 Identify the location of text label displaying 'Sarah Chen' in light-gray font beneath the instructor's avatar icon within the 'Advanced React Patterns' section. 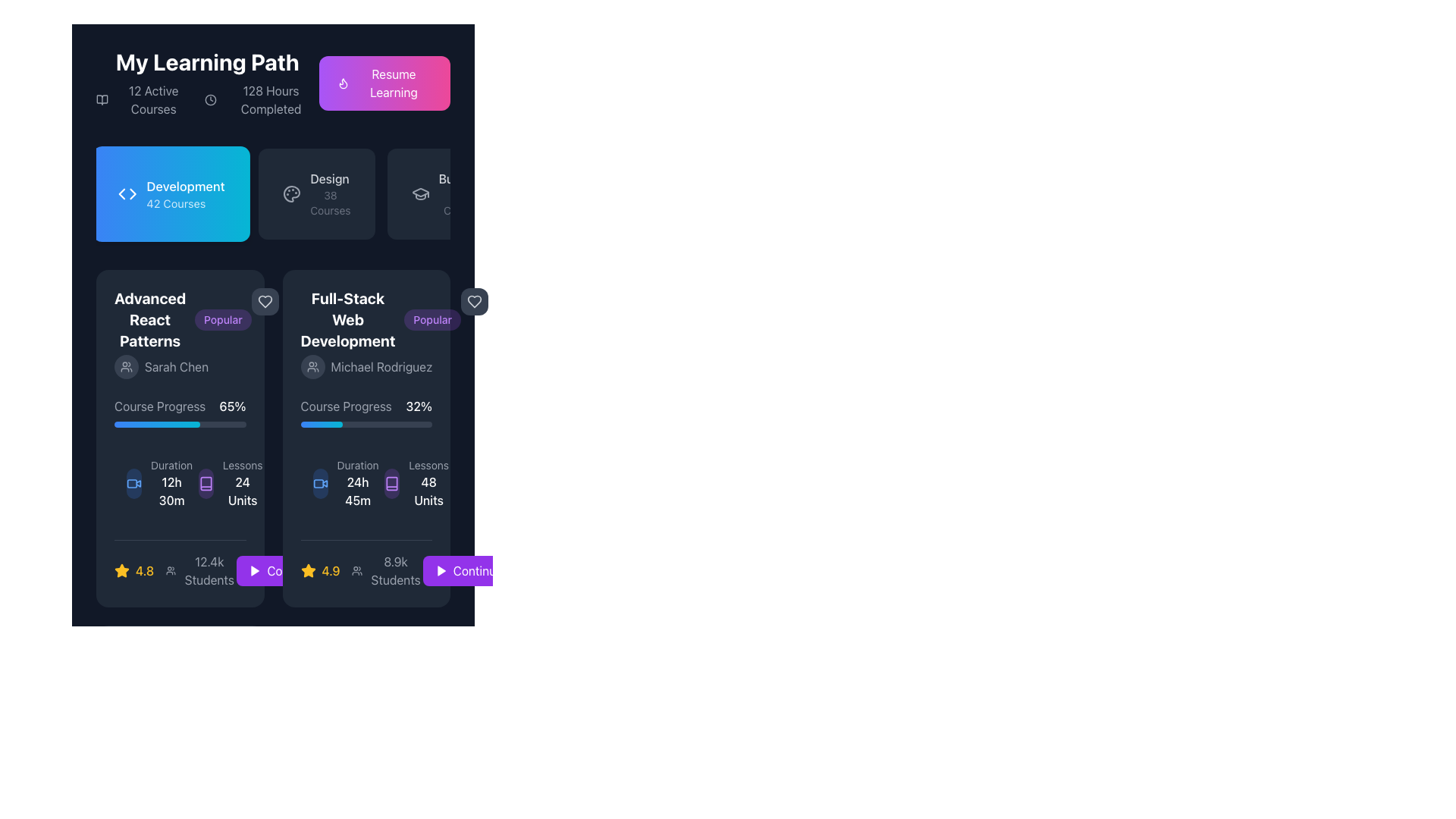
(177, 366).